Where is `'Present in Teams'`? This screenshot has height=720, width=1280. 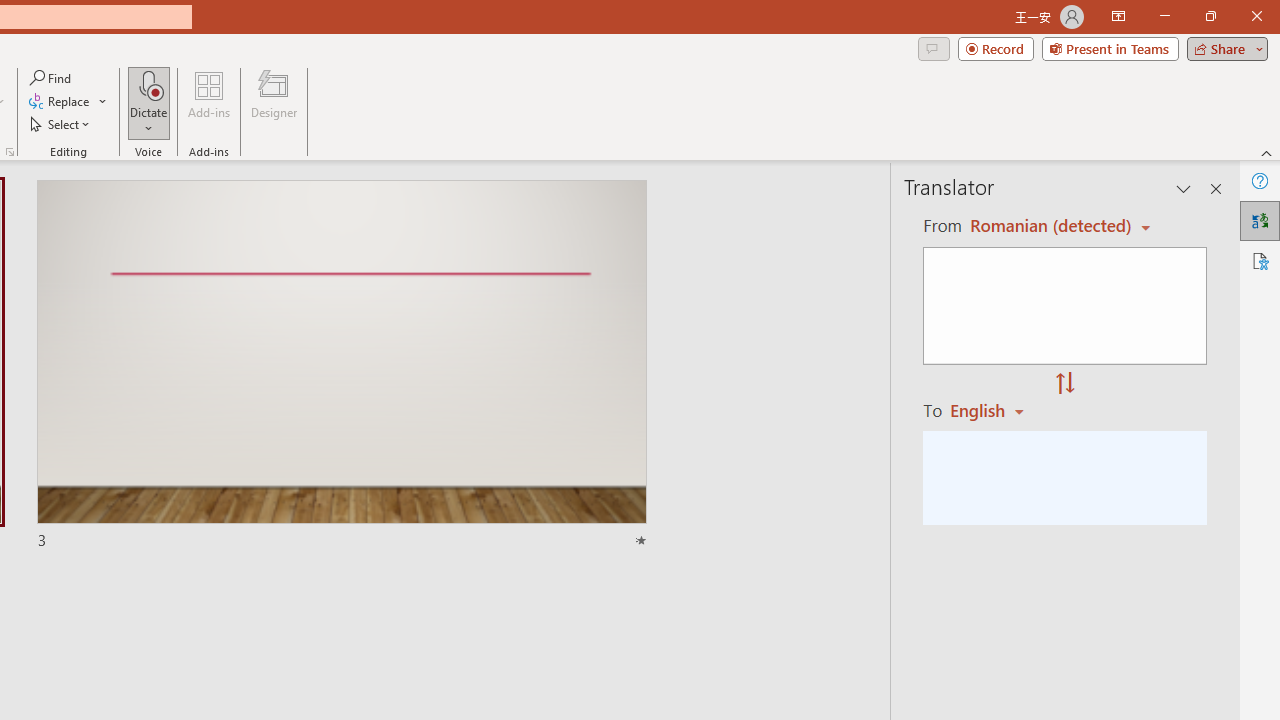 'Present in Teams' is located at coordinates (1109, 47).